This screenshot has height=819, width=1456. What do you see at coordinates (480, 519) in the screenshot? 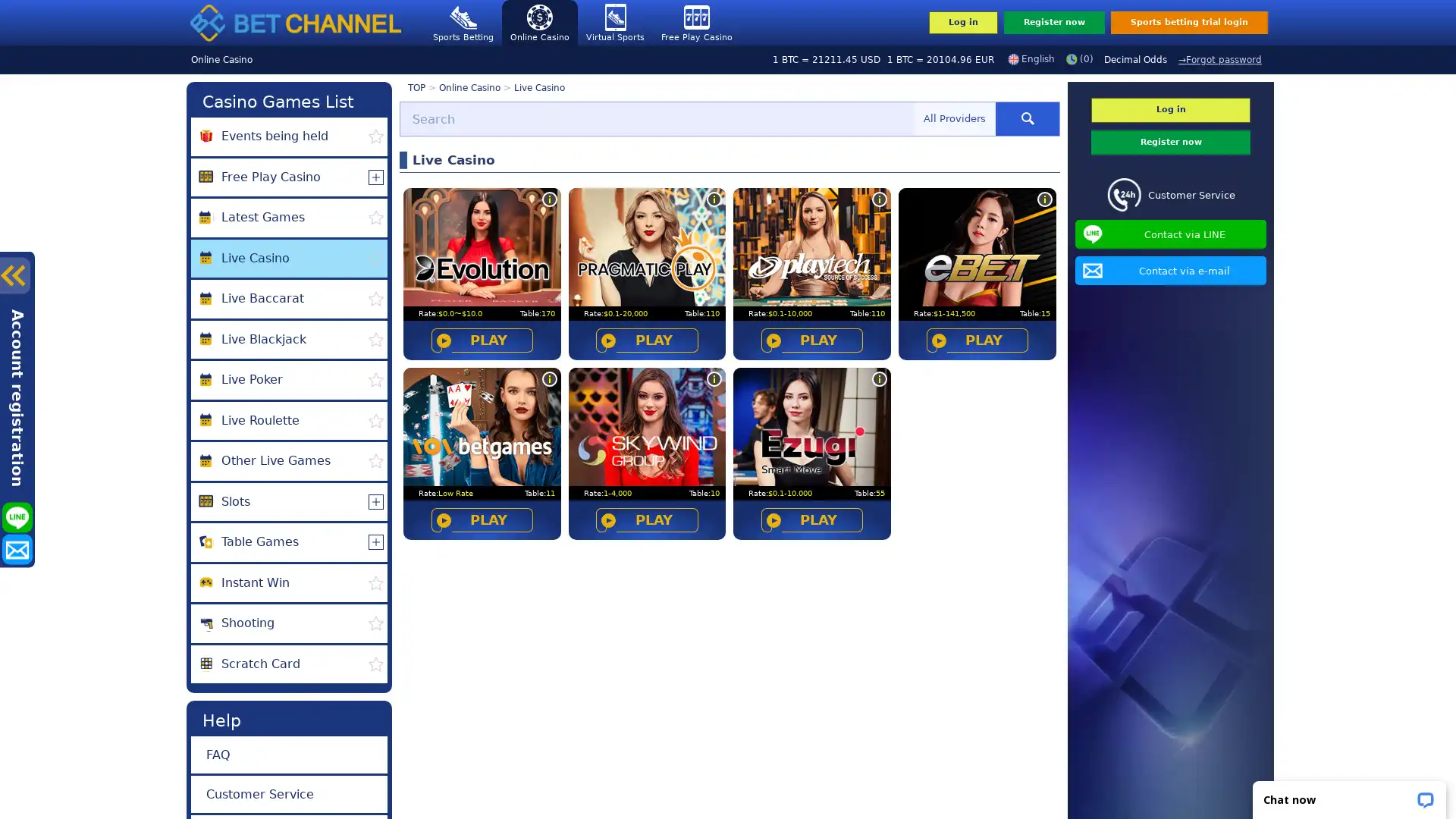
I see `PLAY` at bounding box center [480, 519].